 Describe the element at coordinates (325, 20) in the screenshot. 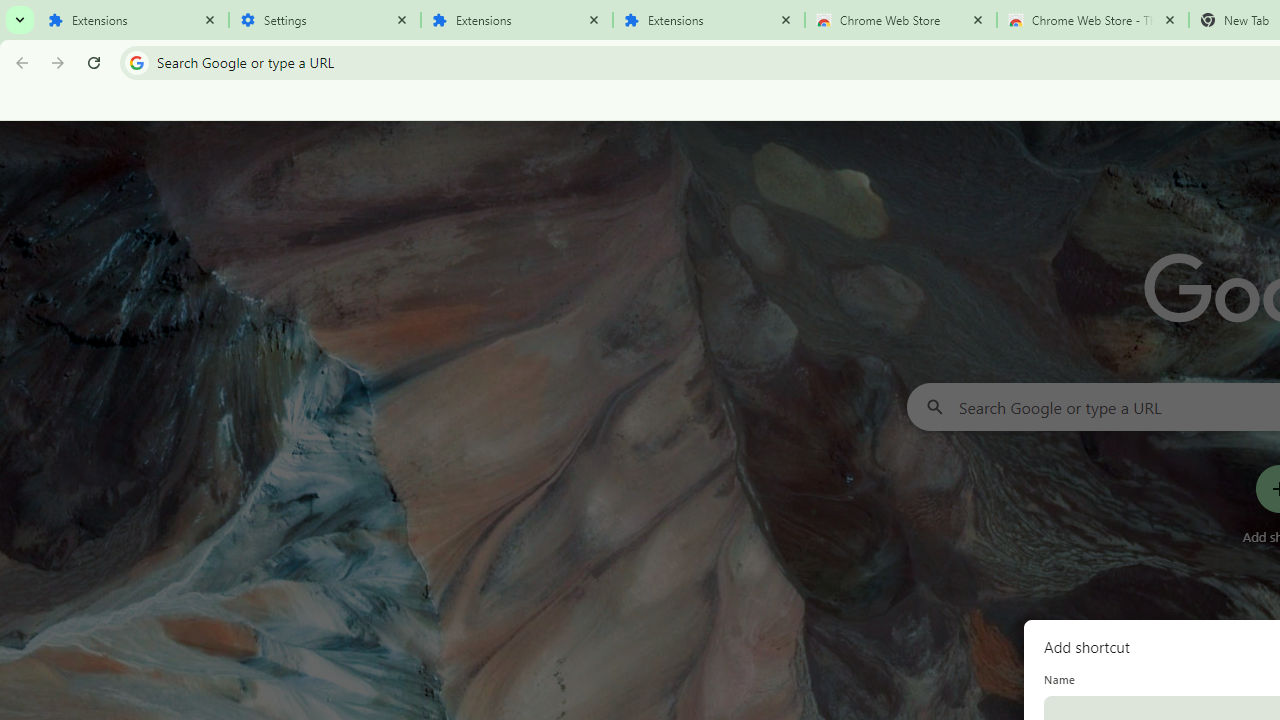

I see `'Settings'` at that location.